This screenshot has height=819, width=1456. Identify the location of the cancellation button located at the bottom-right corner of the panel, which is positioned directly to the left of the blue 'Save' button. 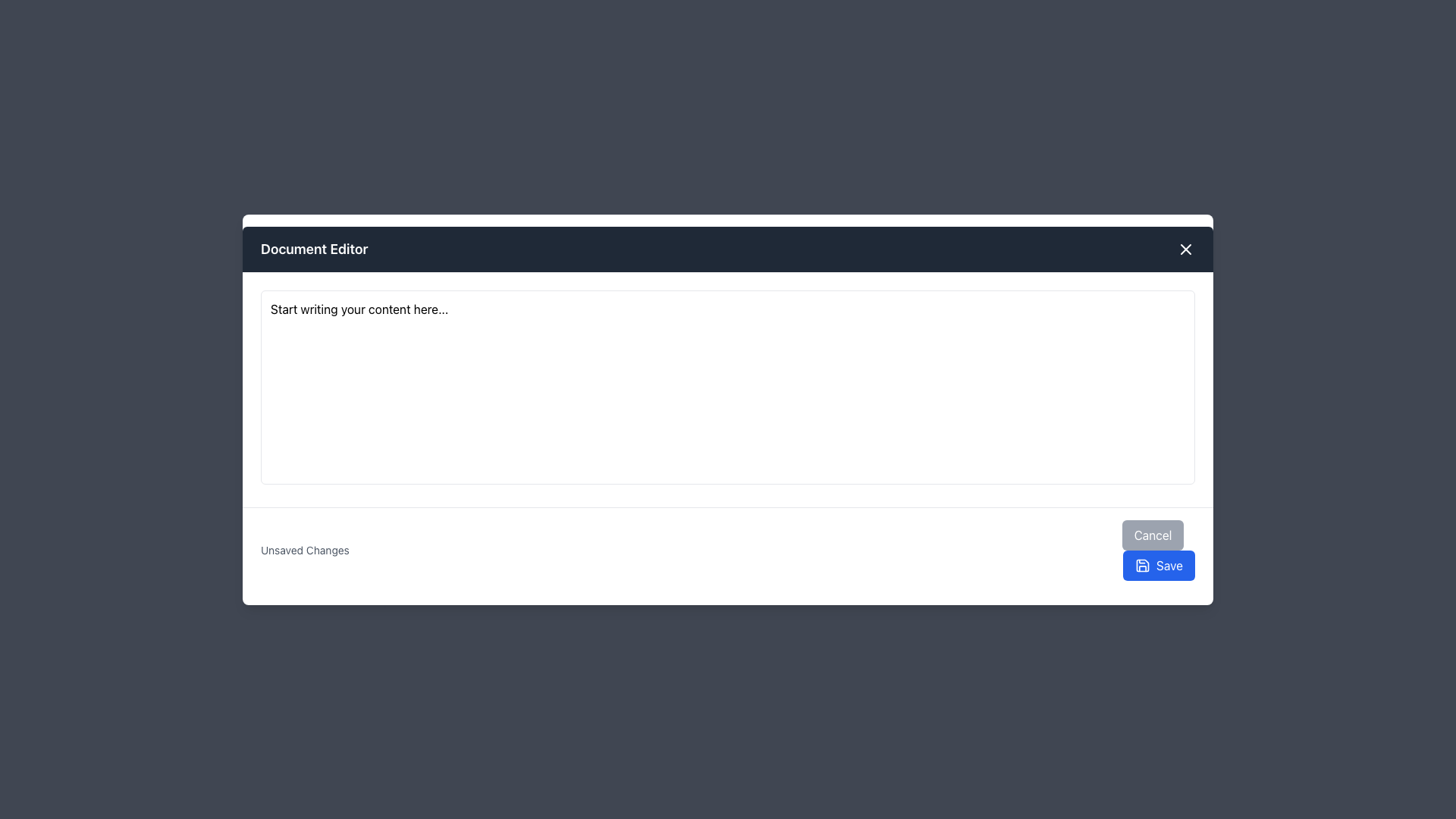
(1153, 534).